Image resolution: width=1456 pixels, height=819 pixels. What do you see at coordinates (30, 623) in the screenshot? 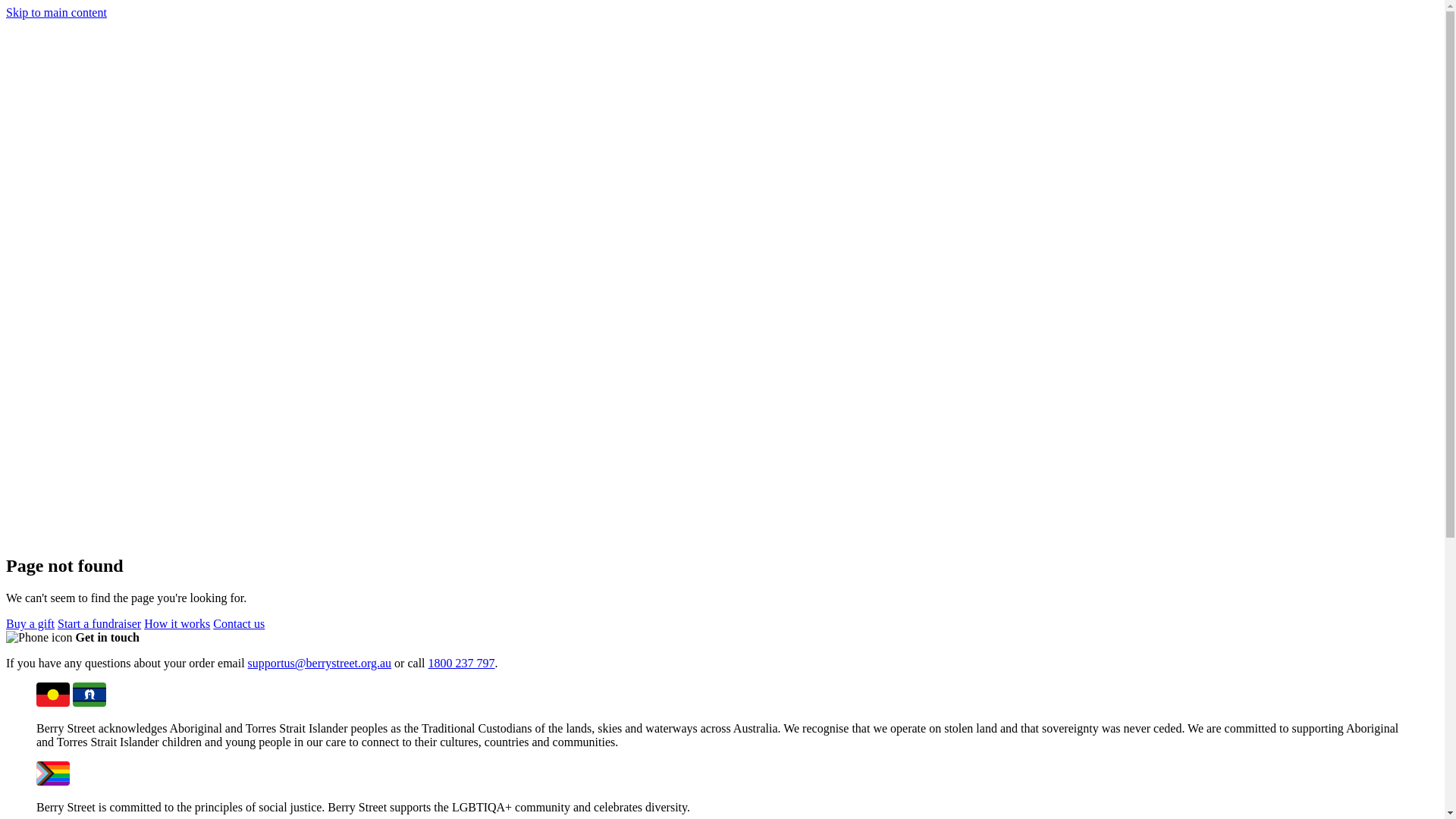
I see `'Buy a gift'` at bounding box center [30, 623].